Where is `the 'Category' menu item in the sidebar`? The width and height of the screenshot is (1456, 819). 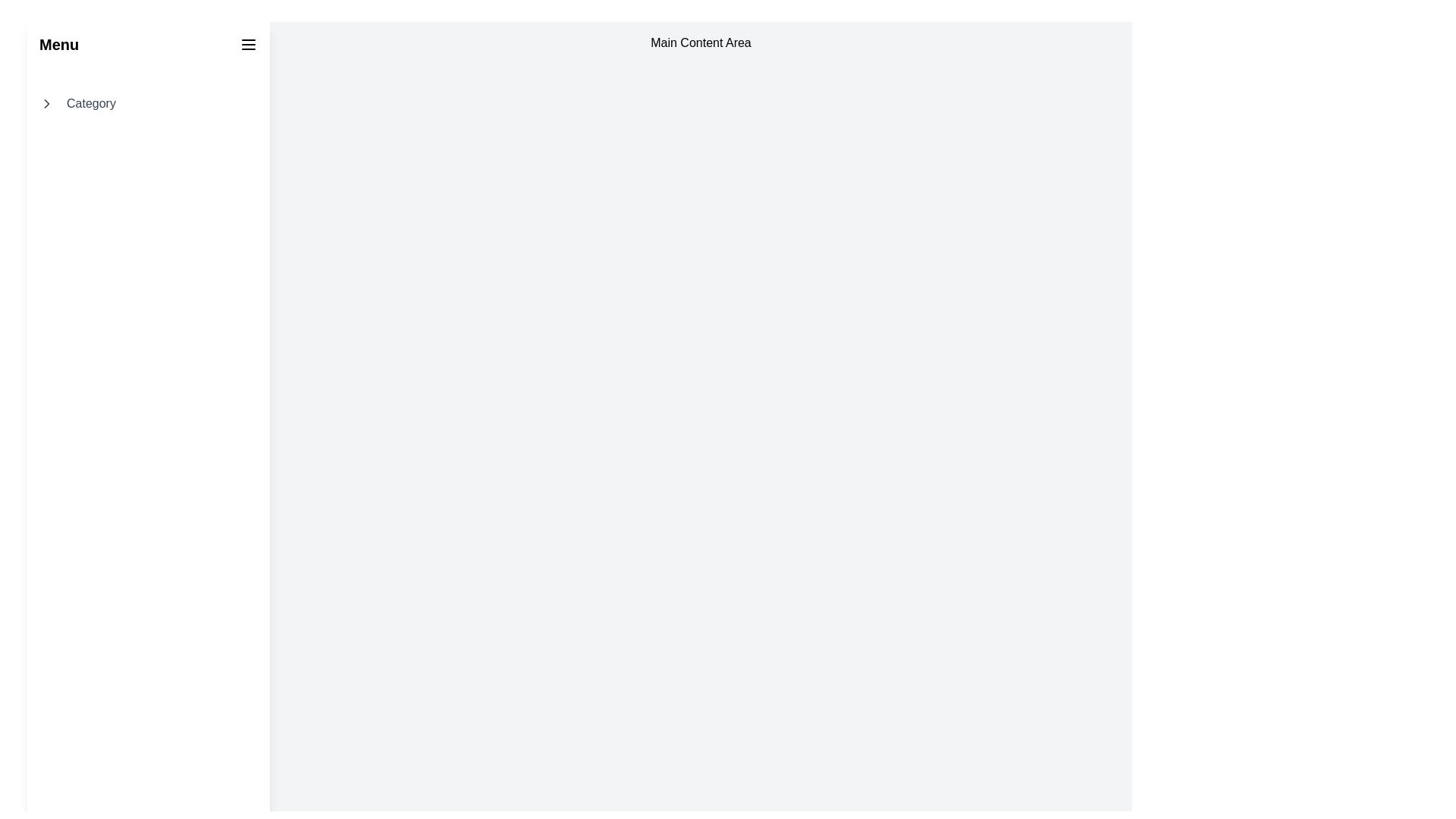
the 'Category' menu item in the sidebar is located at coordinates (149, 103).